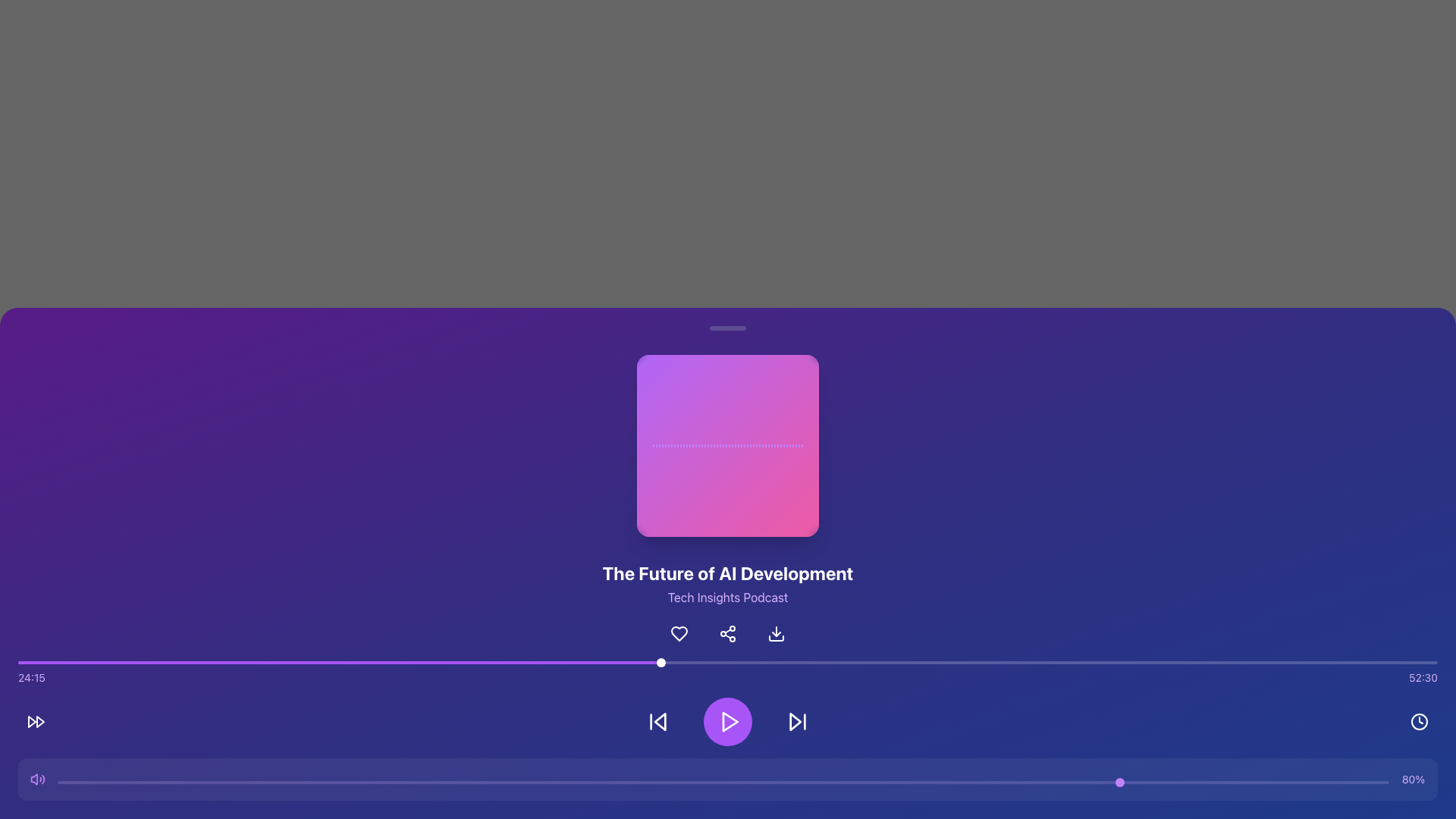  What do you see at coordinates (1381, 662) in the screenshot?
I see `progress` at bounding box center [1381, 662].